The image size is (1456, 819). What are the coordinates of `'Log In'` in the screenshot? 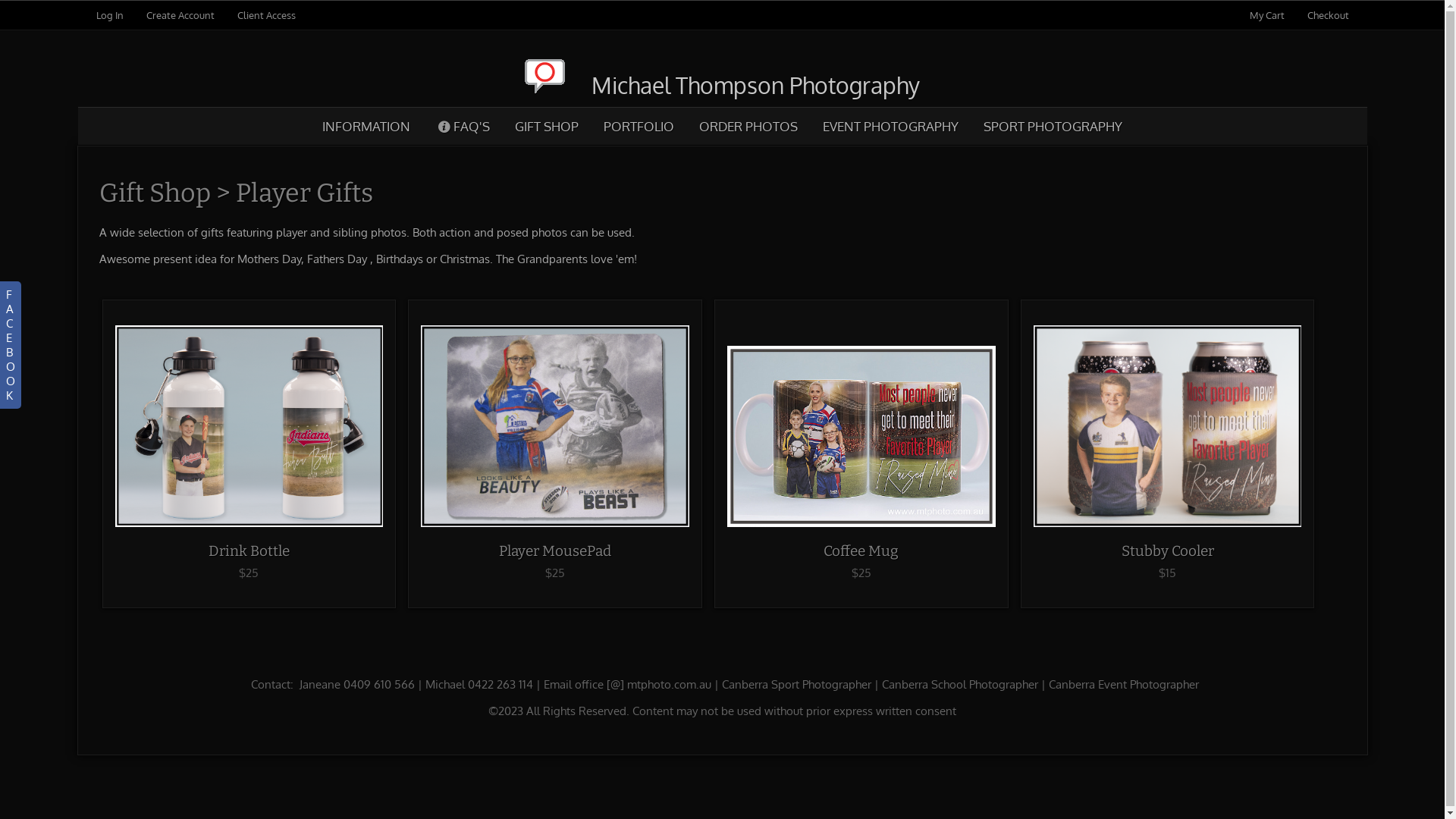 It's located at (94, 14).